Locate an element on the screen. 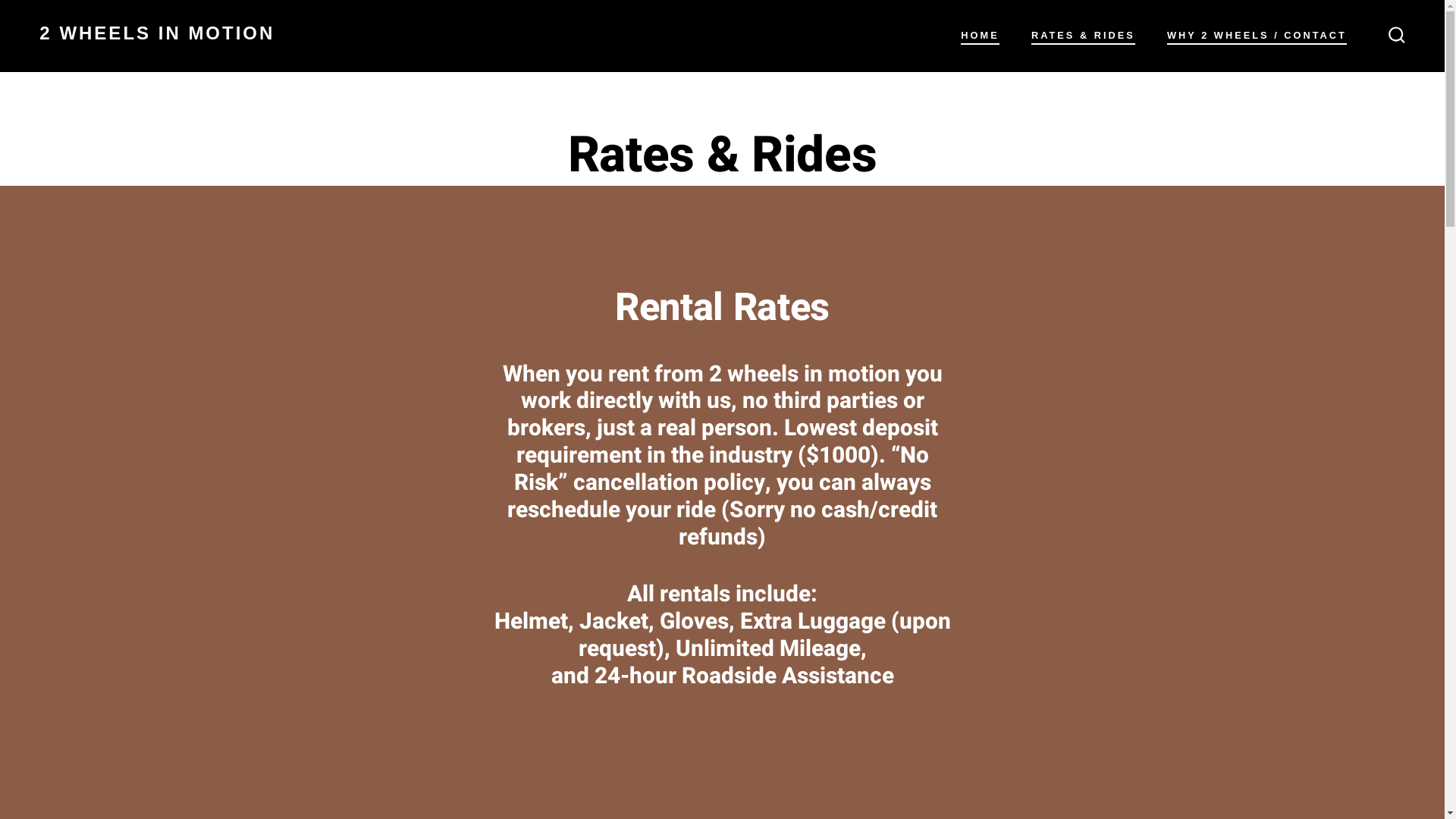 This screenshot has height=819, width=1456. 'HOME' is located at coordinates (979, 35).